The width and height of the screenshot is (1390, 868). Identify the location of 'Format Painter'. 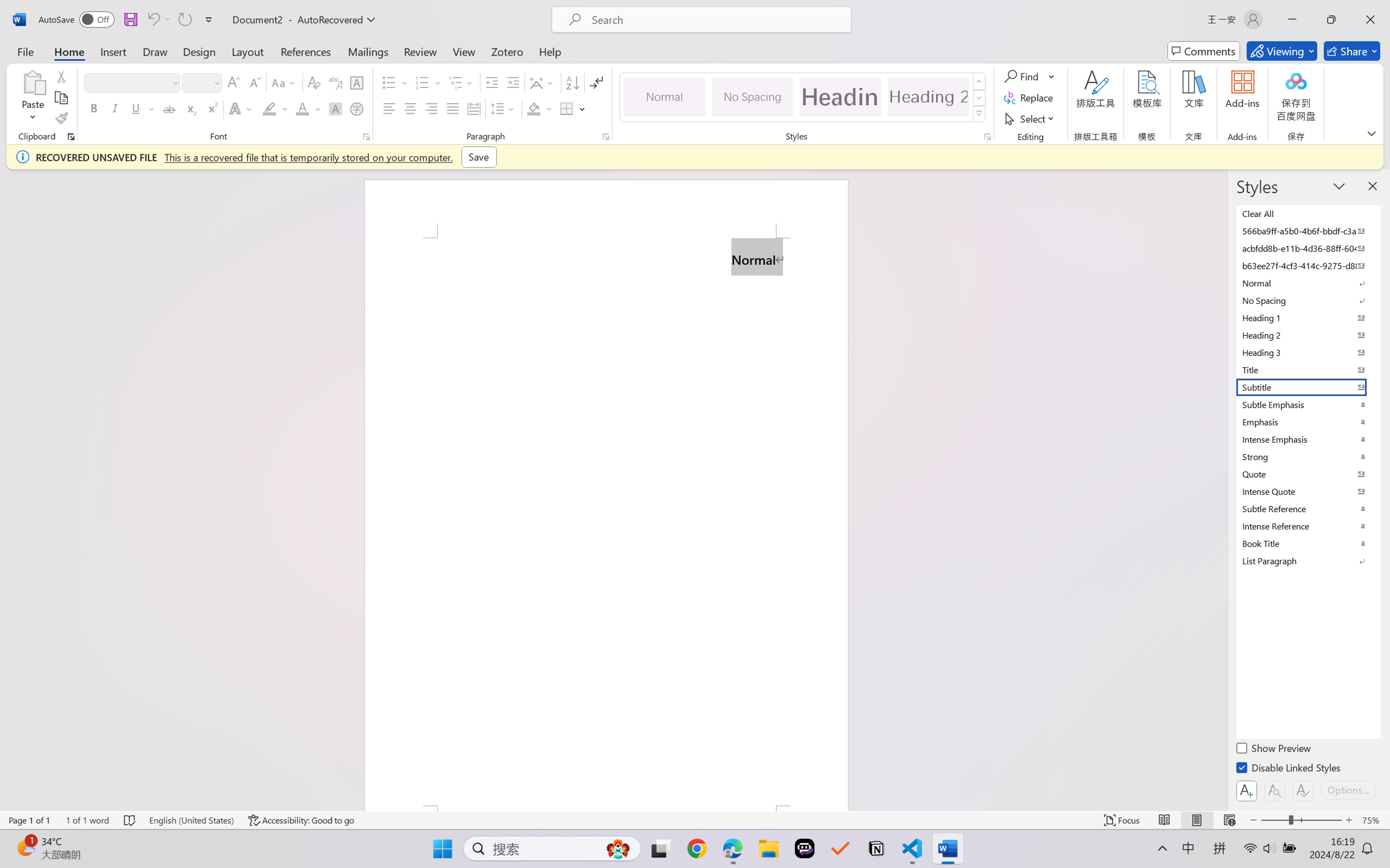
(60, 119).